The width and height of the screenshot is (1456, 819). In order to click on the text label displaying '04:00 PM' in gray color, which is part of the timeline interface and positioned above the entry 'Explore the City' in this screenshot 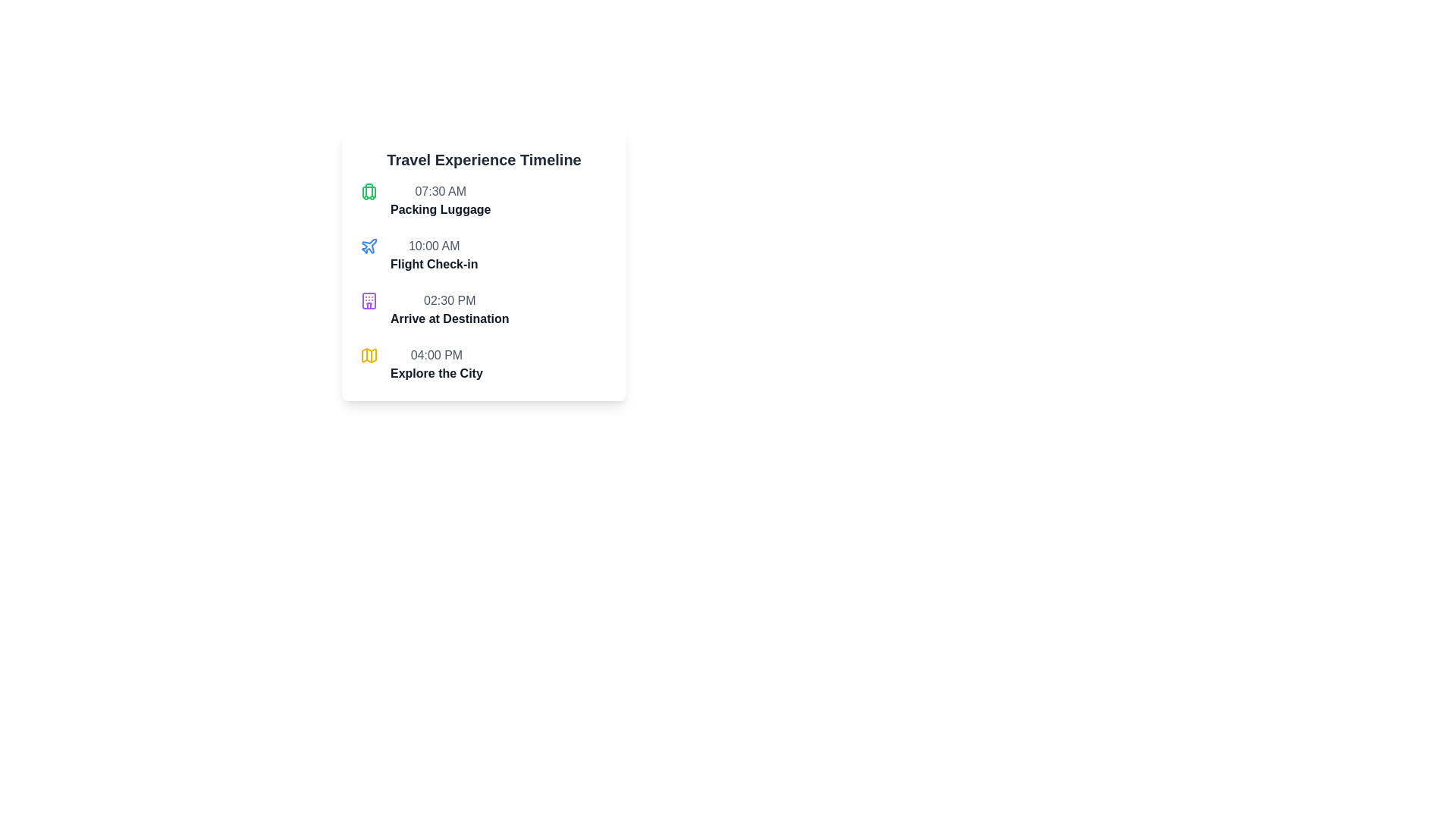, I will do `click(436, 356)`.